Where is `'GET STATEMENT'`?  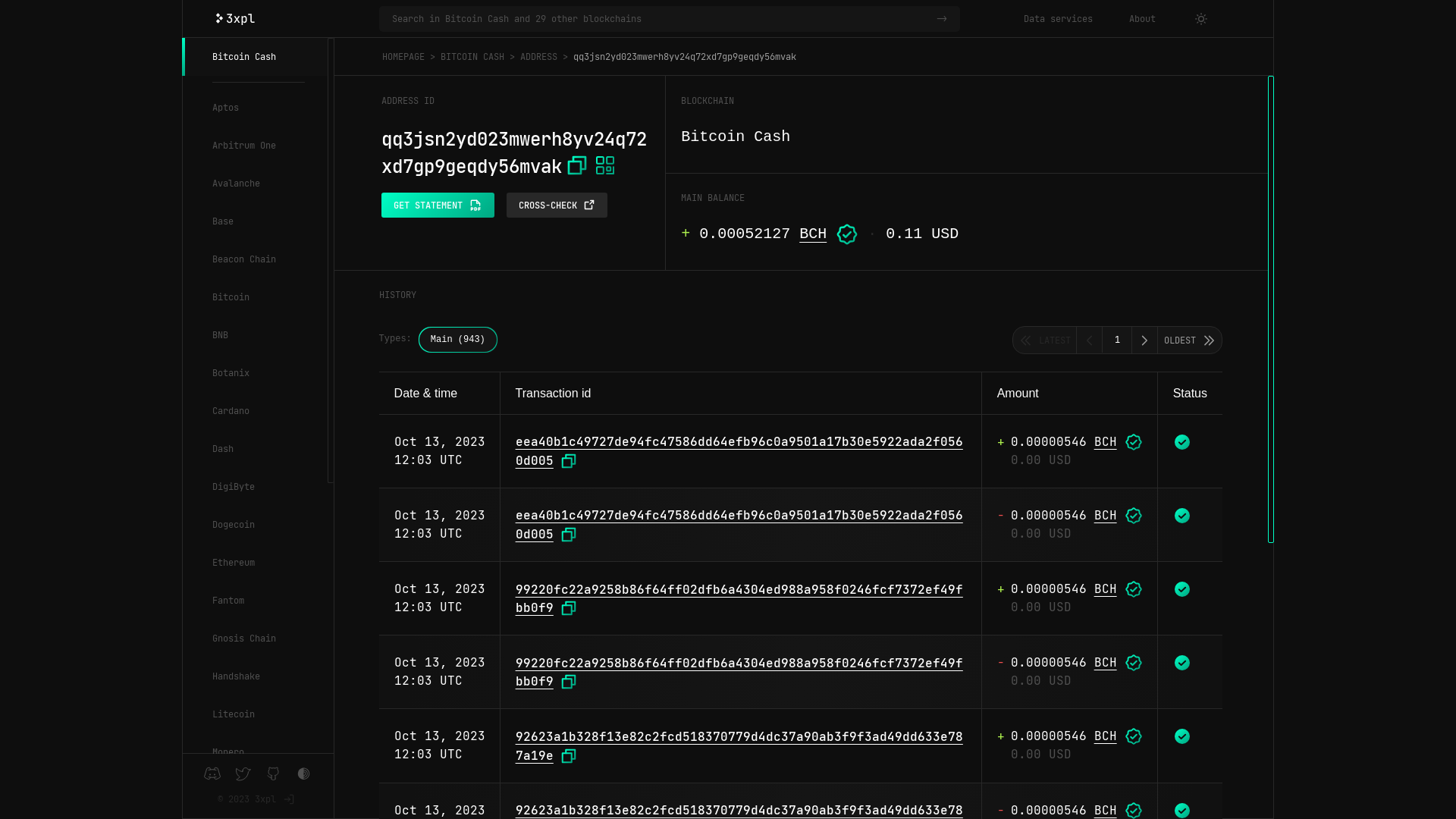 'GET STATEMENT' is located at coordinates (437, 205).